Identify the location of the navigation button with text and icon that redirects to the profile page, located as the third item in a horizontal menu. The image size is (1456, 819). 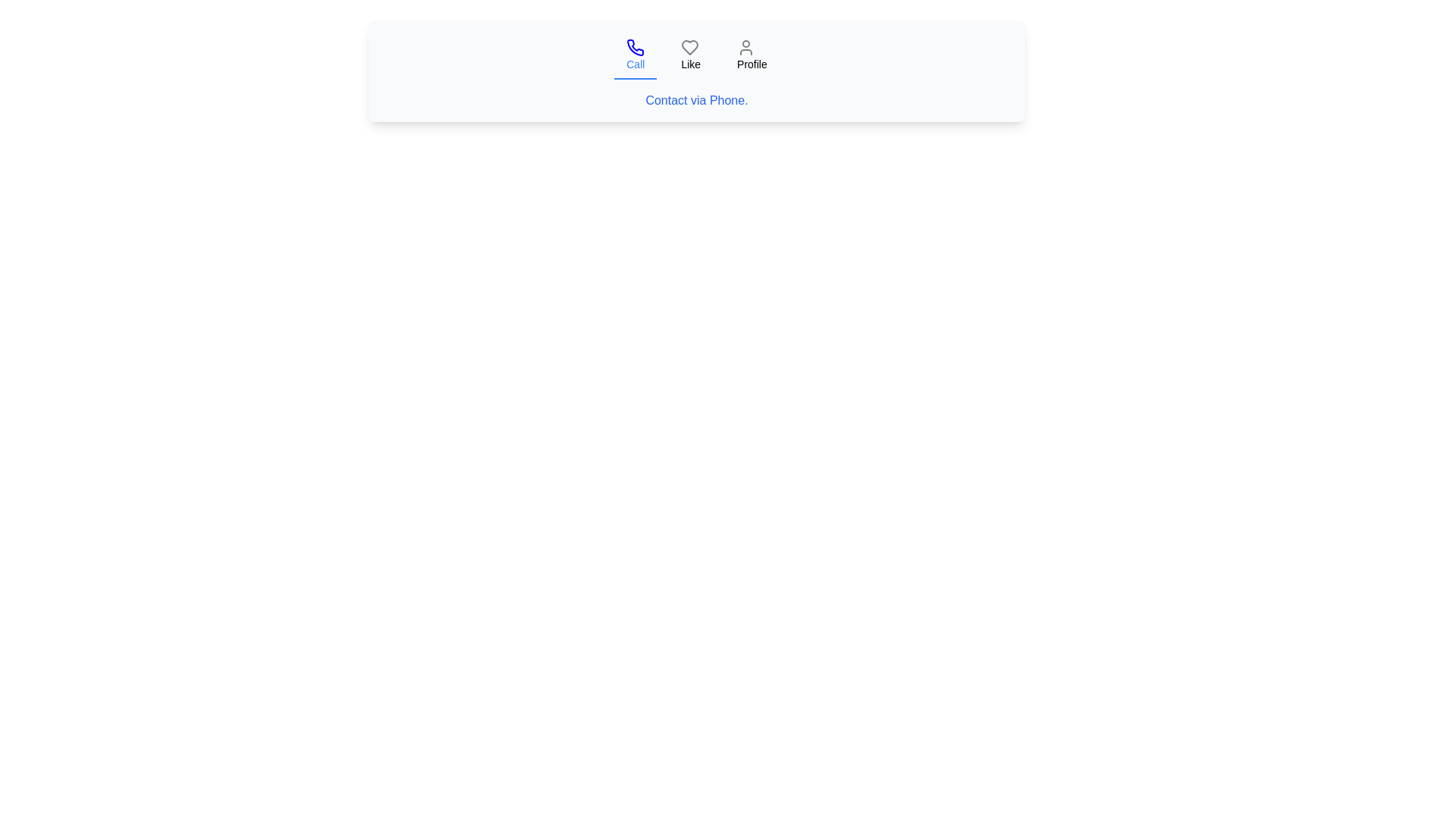
(752, 55).